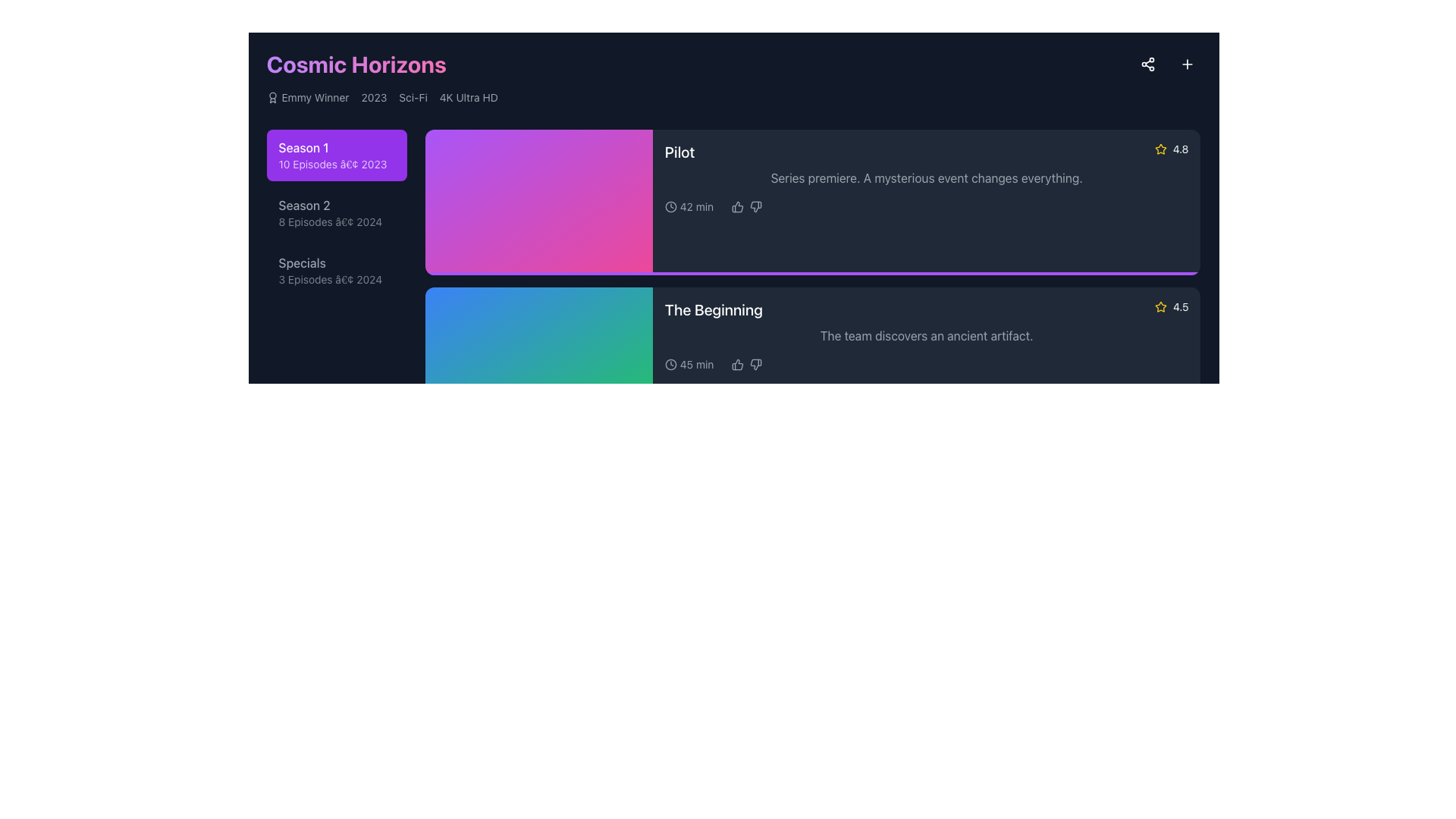  What do you see at coordinates (812, 274) in the screenshot?
I see `the horizontal progress bar at the bottom of the 'Pilot' card layout, which is styled in gray with a purple filled section indicating progress` at bounding box center [812, 274].